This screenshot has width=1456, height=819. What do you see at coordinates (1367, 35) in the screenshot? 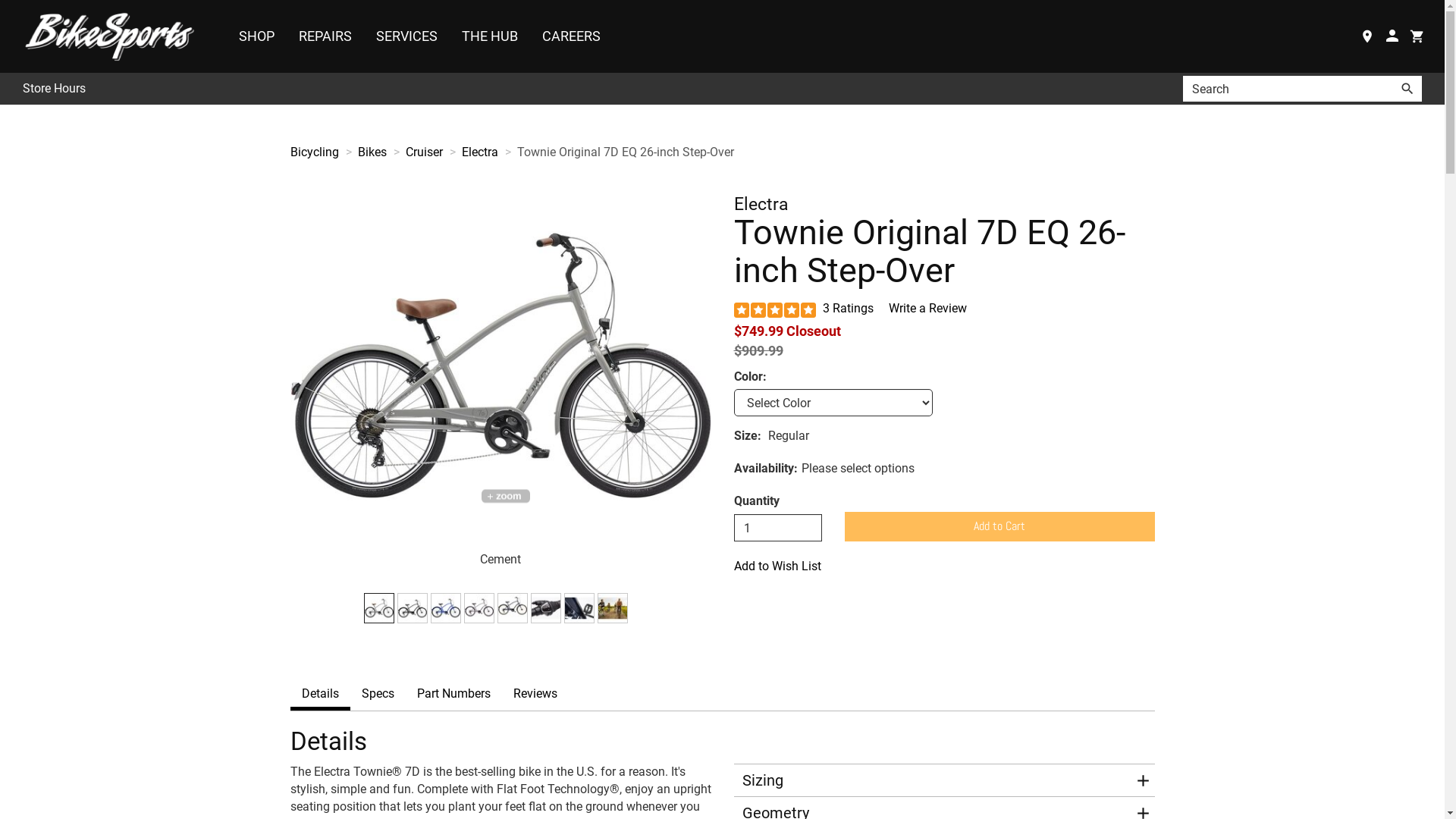
I see `'Stores'` at bounding box center [1367, 35].